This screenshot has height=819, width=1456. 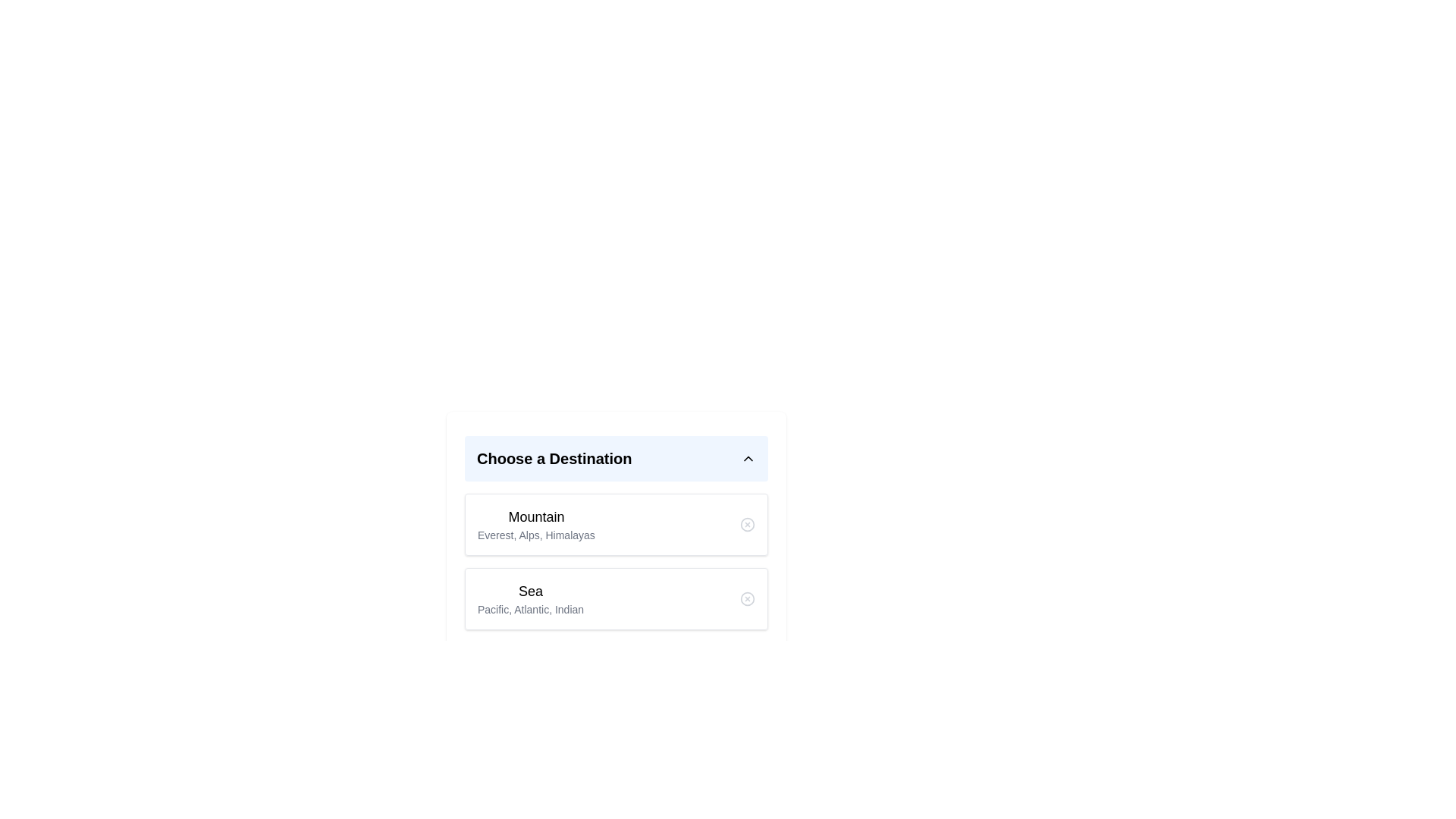 What do you see at coordinates (747, 523) in the screenshot?
I see `the close icon button located in the top-right corner of the list item containing 'MountainEverest, Alps, Himalayas'` at bounding box center [747, 523].